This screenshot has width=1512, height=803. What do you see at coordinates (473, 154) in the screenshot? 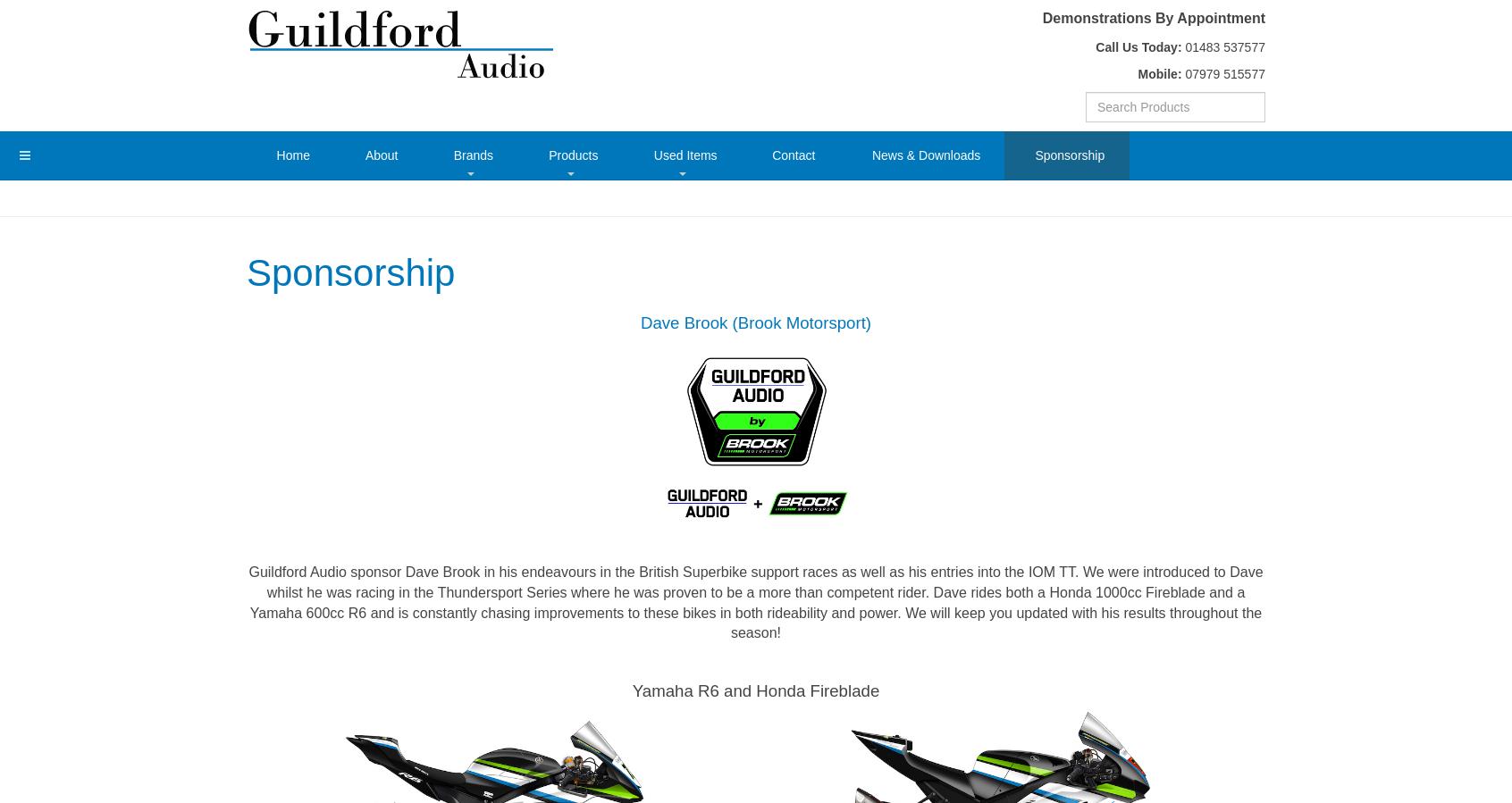
I see `'Brands'` at bounding box center [473, 154].